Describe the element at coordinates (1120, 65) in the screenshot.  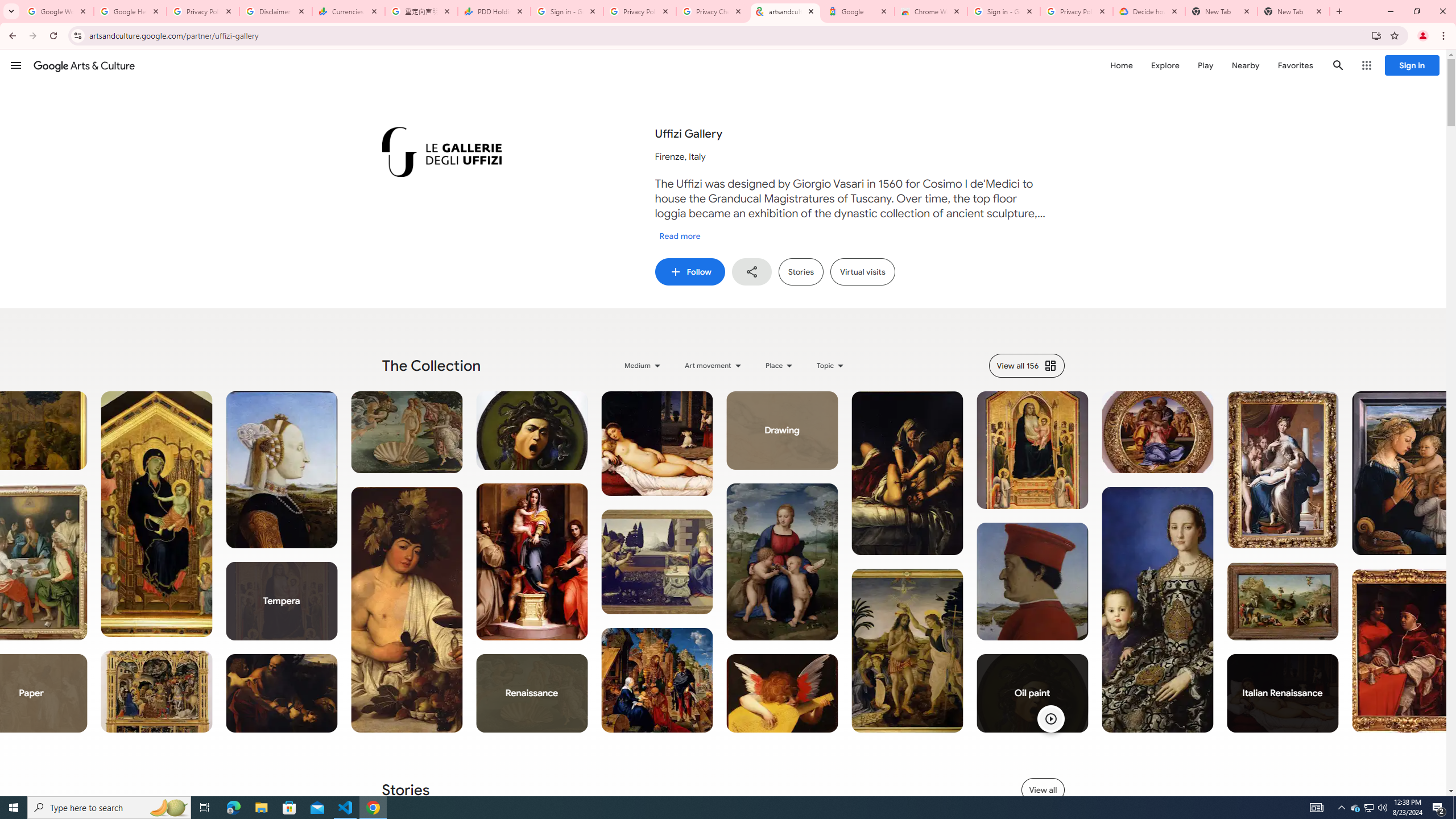
I see `'Home'` at that location.